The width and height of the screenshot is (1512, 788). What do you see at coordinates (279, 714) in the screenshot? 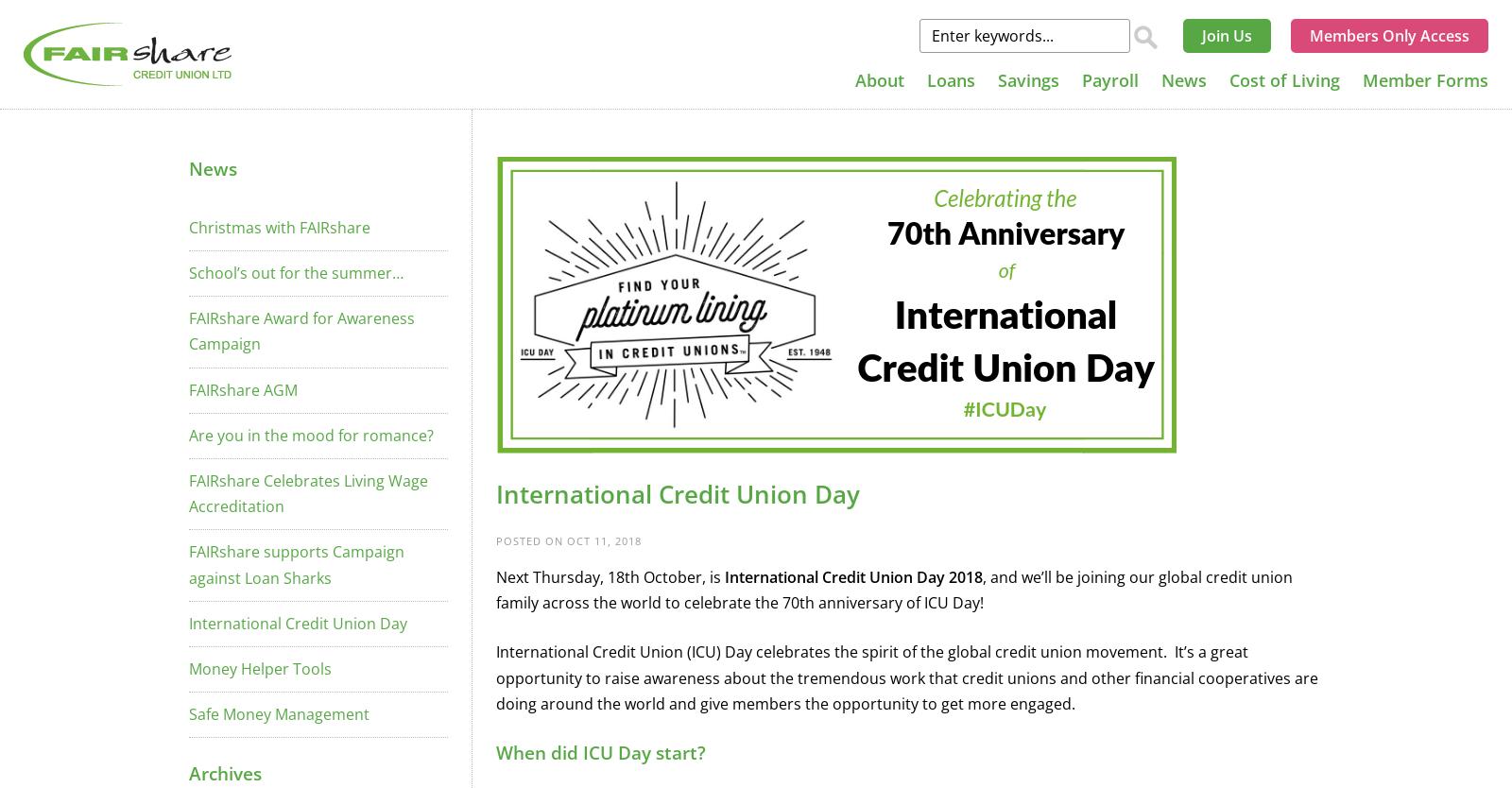
I see `'Safe Money Management'` at bounding box center [279, 714].